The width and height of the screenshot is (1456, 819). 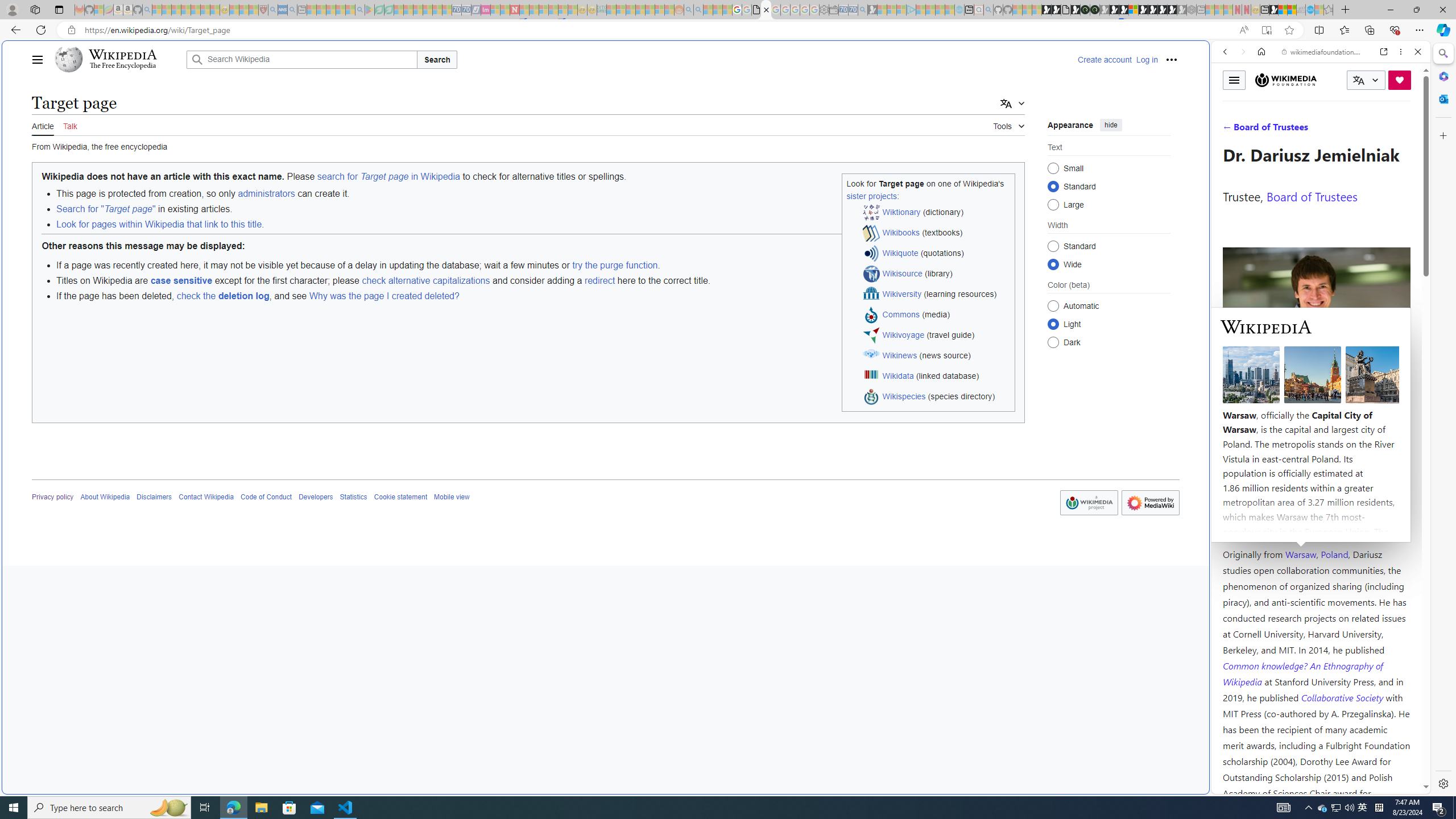 What do you see at coordinates (104, 497) in the screenshot?
I see `'About Wikipedia'` at bounding box center [104, 497].